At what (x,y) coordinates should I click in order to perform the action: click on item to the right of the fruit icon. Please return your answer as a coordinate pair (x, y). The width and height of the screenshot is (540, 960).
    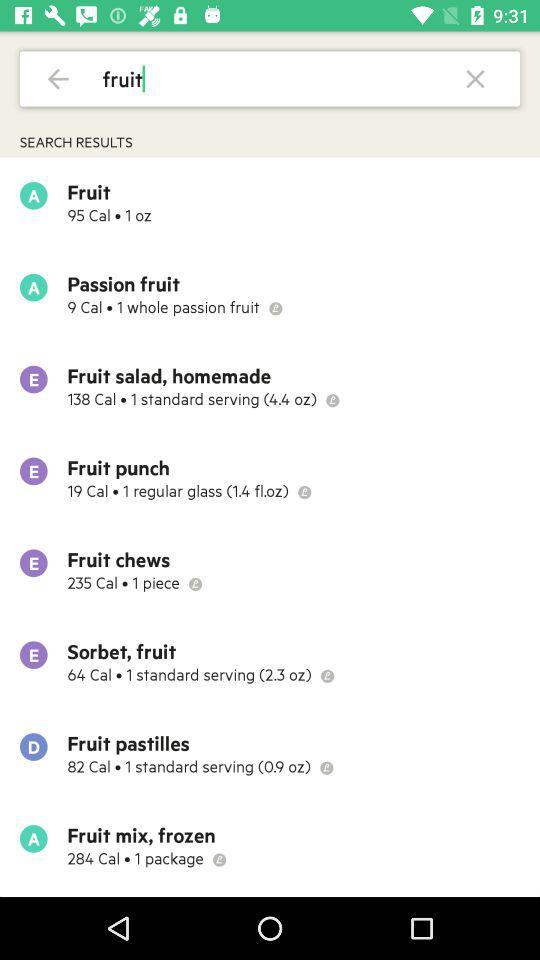
    Looking at the image, I should click on (474, 78).